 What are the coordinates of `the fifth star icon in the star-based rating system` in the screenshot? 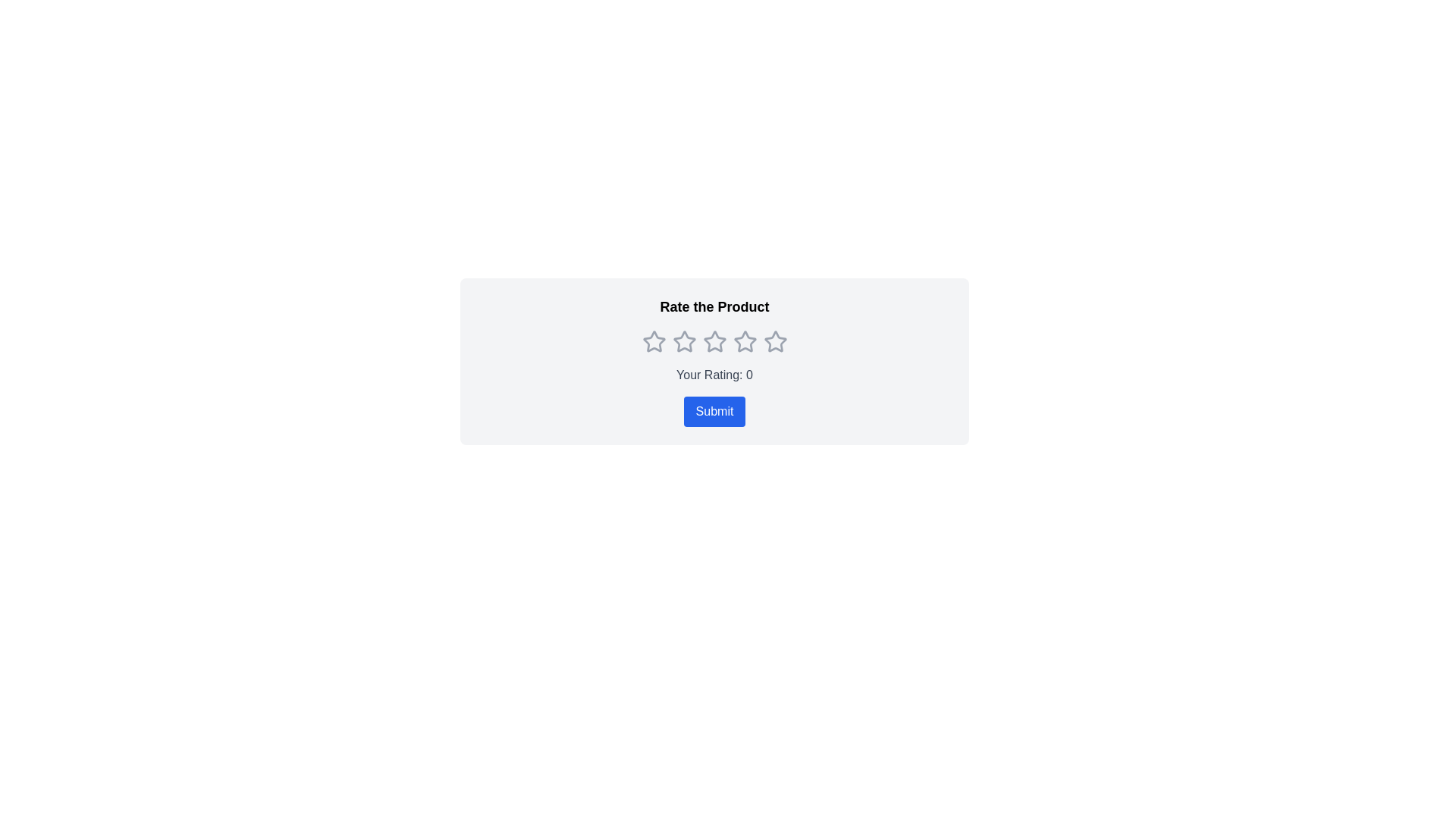 It's located at (775, 341).